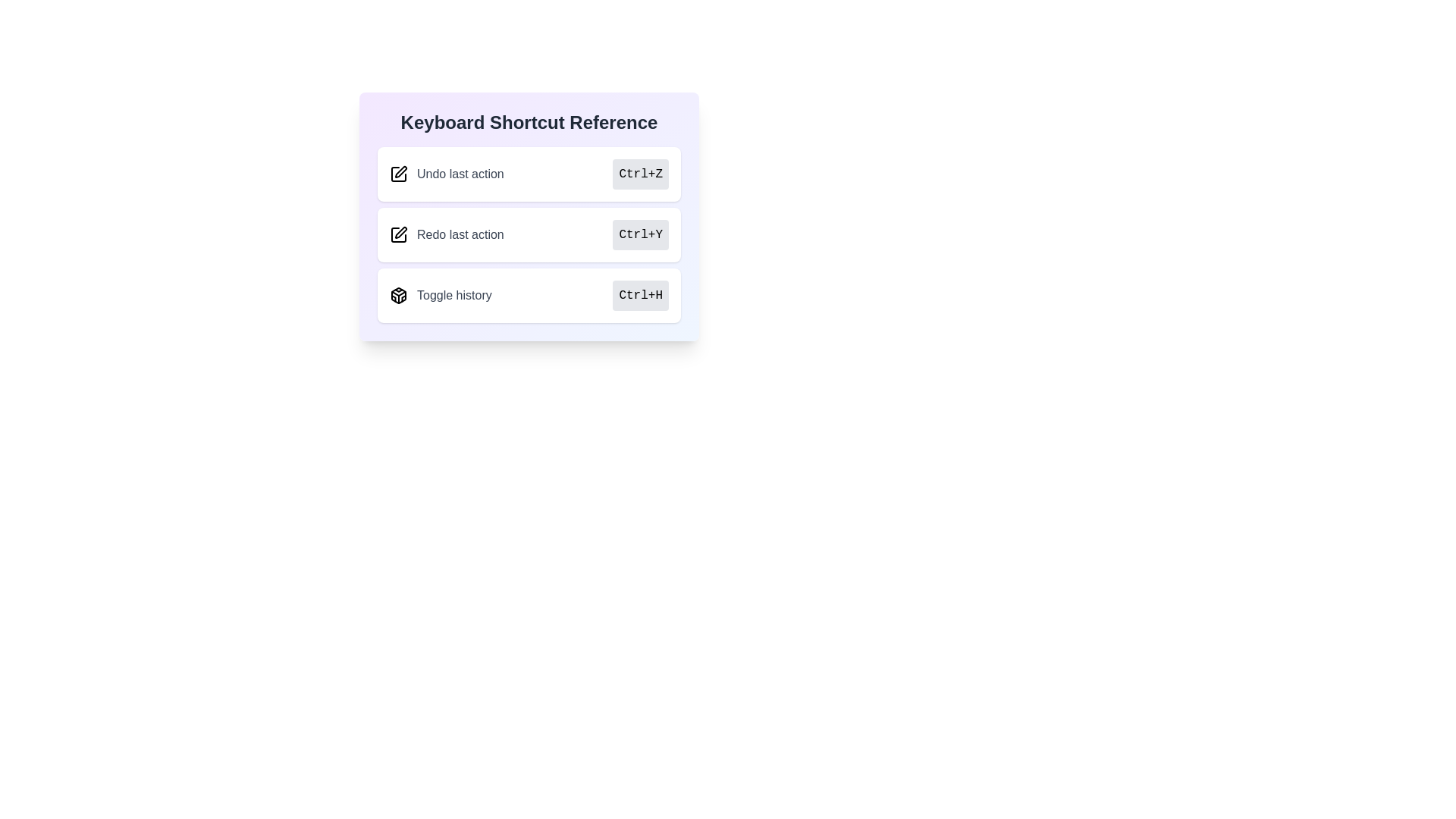 The width and height of the screenshot is (1456, 819). What do you see at coordinates (529, 216) in the screenshot?
I see `the displayed information on the card component titled 'Redo last action', which is the second card in the list of keyboard shortcuts` at bounding box center [529, 216].